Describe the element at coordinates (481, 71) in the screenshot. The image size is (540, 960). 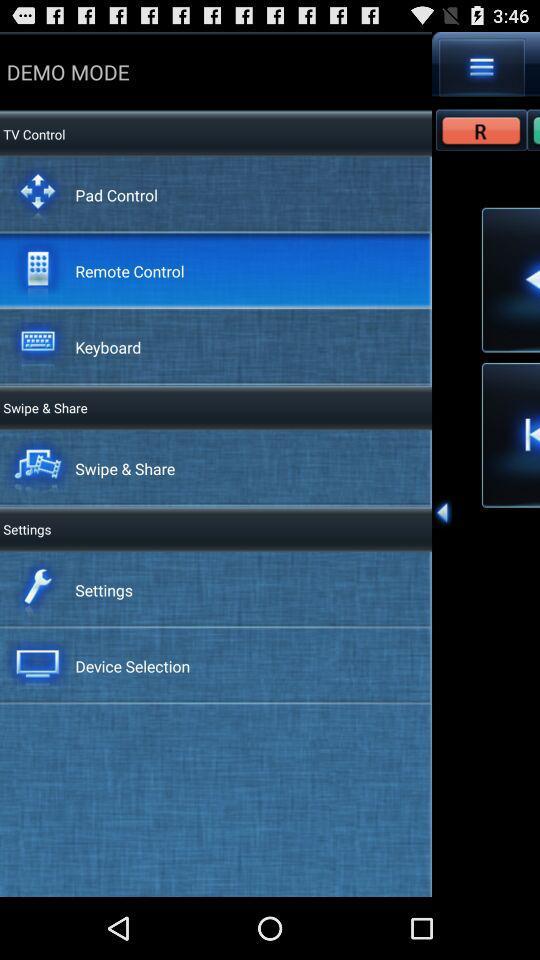
I see `the menu icon` at that location.